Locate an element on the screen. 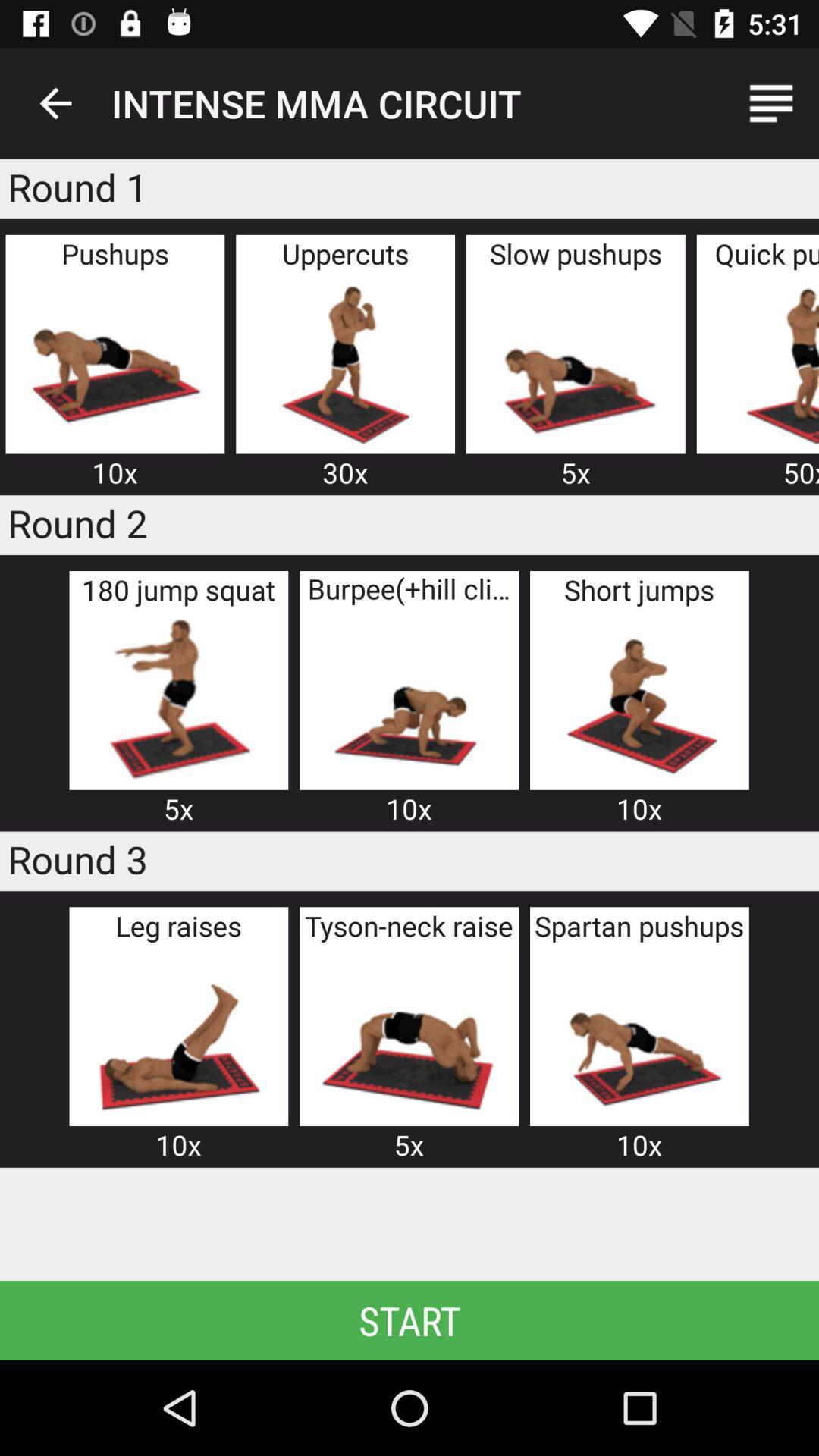 This screenshot has width=819, height=1456. start item is located at coordinates (409, 1319).